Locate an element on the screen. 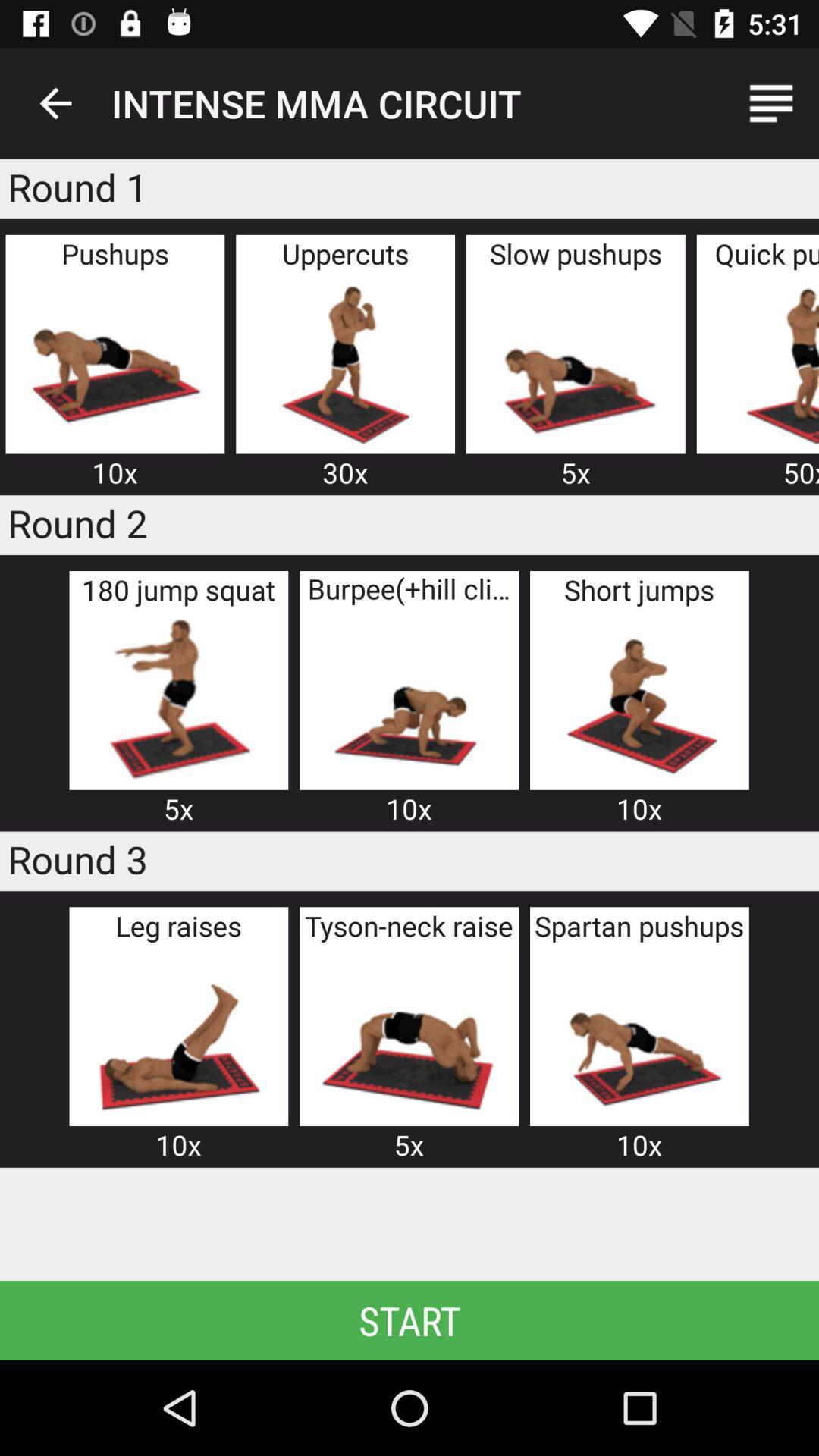 This screenshot has width=819, height=1456. start item is located at coordinates (409, 1319).